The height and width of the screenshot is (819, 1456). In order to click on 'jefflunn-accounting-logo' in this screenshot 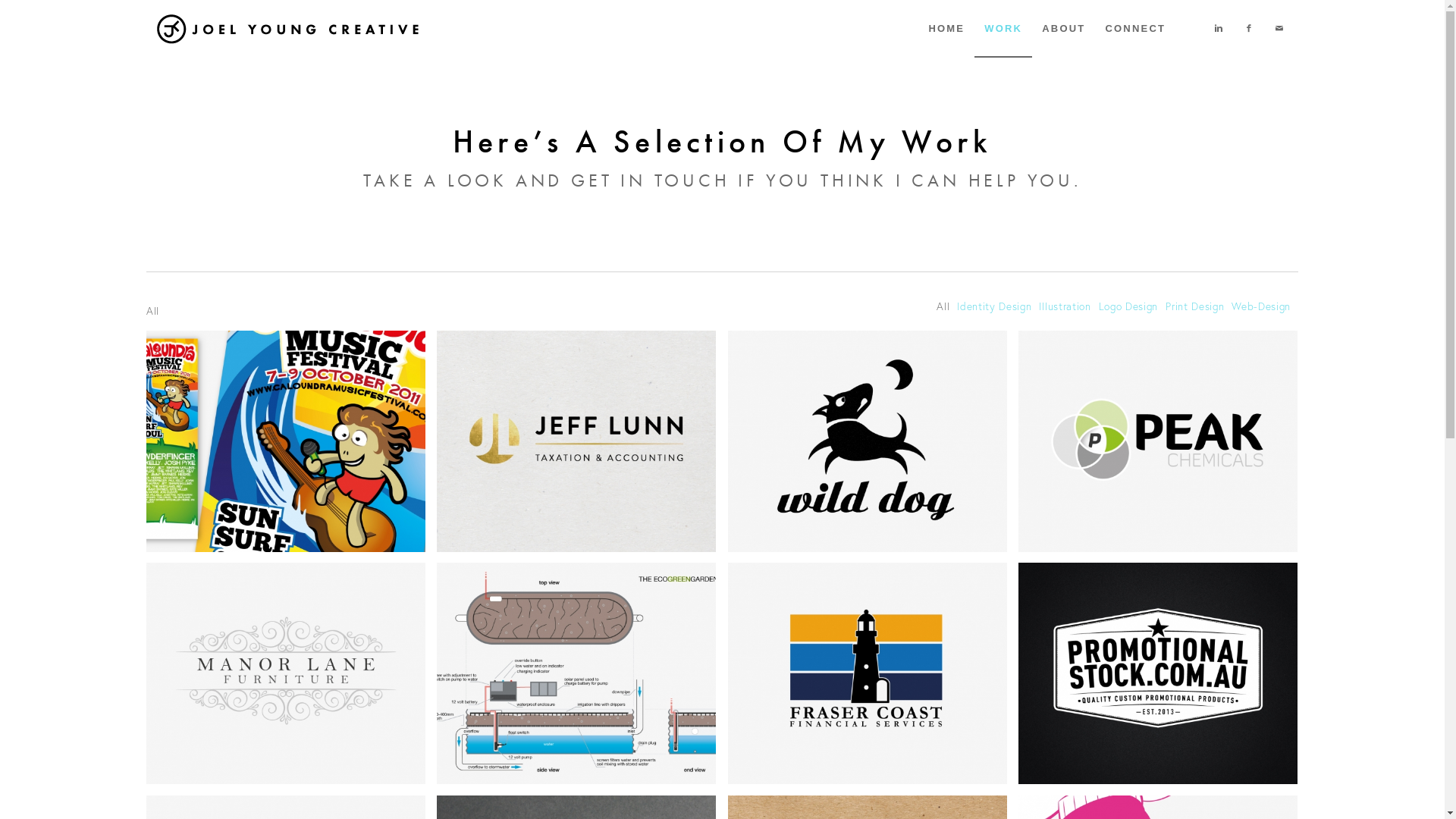, I will do `click(576, 441)`.